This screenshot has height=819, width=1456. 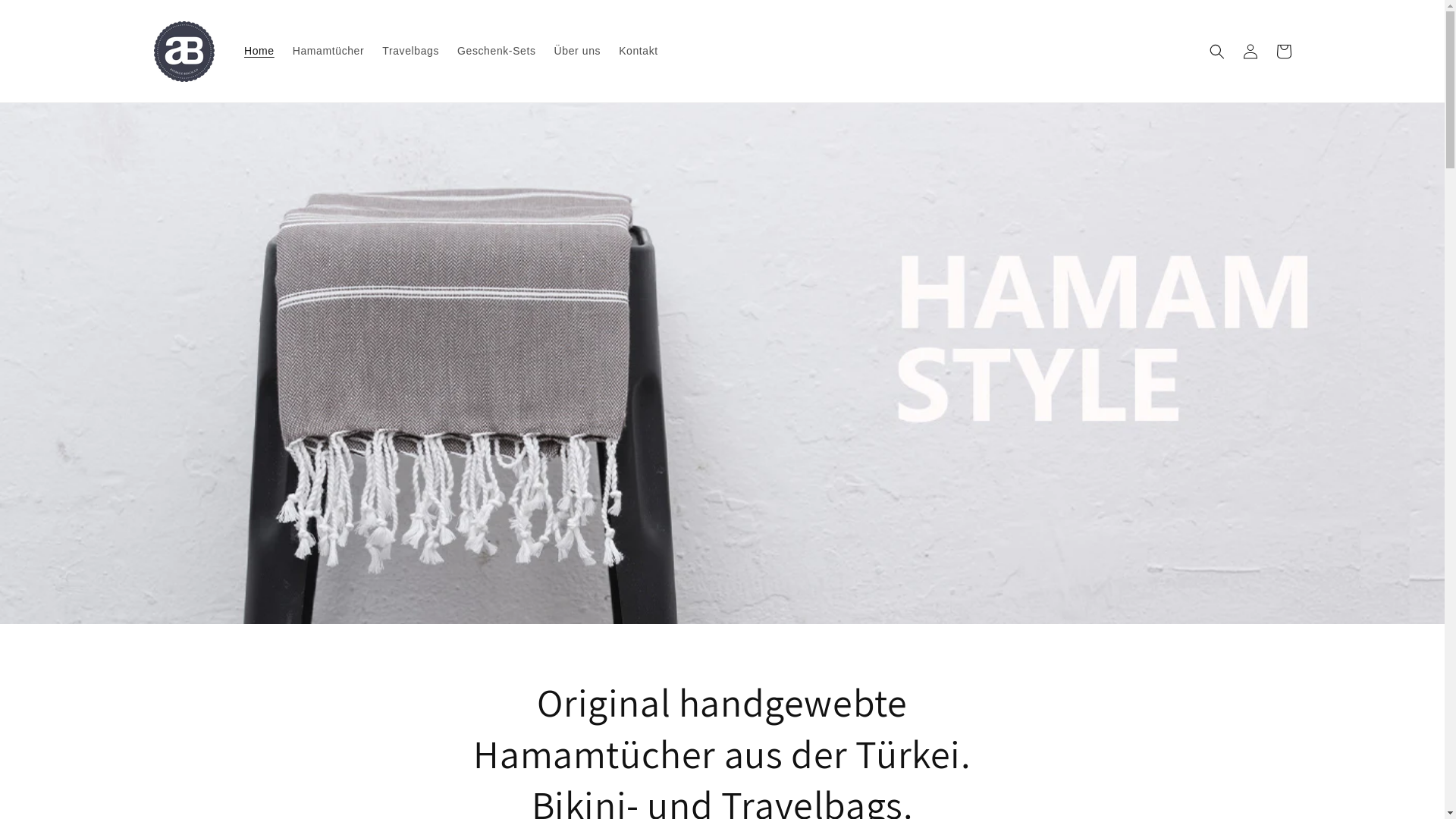 I want to click on 'Kontakt', so click(x=638, y=49).